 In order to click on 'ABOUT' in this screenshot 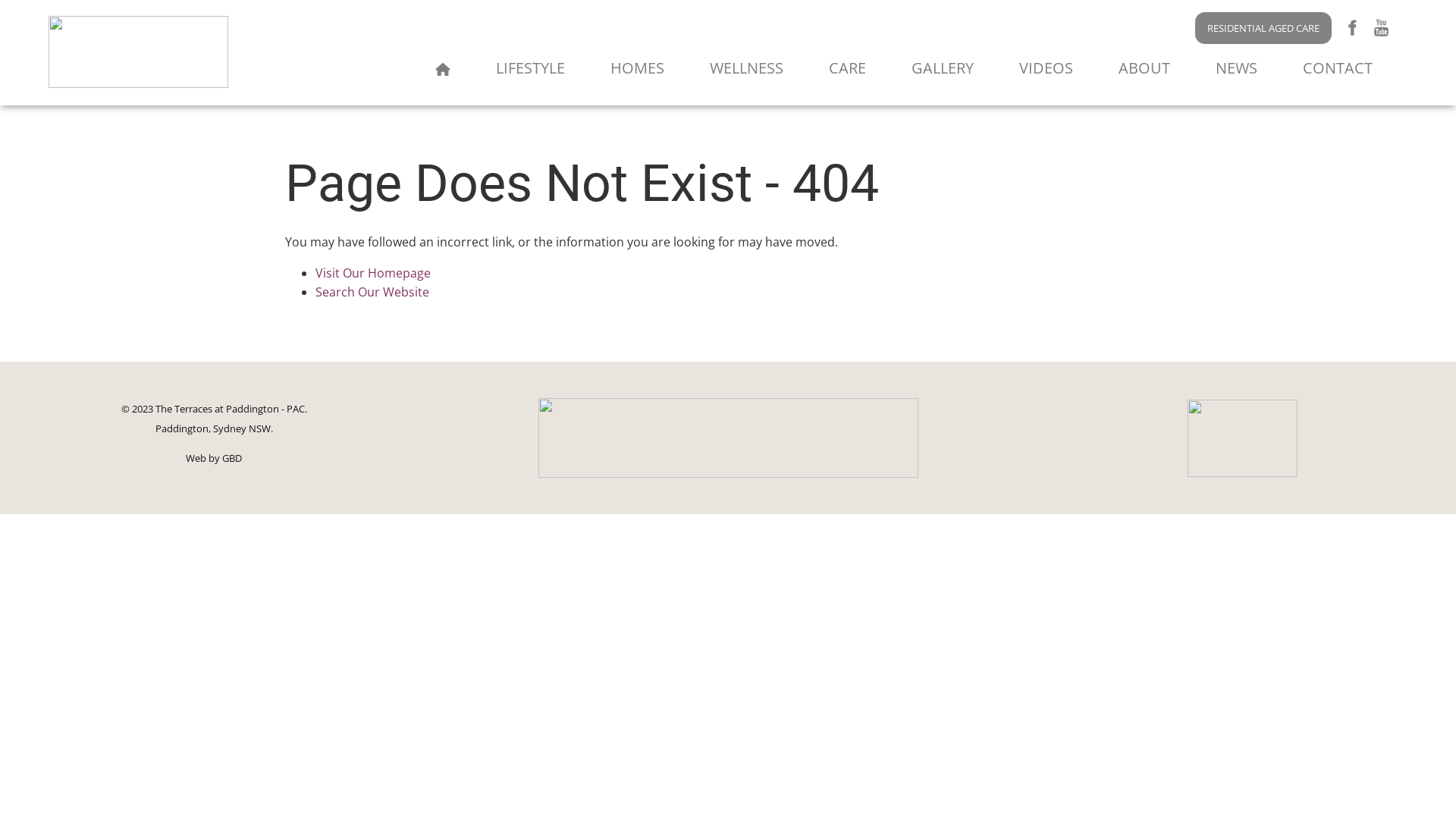, I will do `click(1095, 68)`.